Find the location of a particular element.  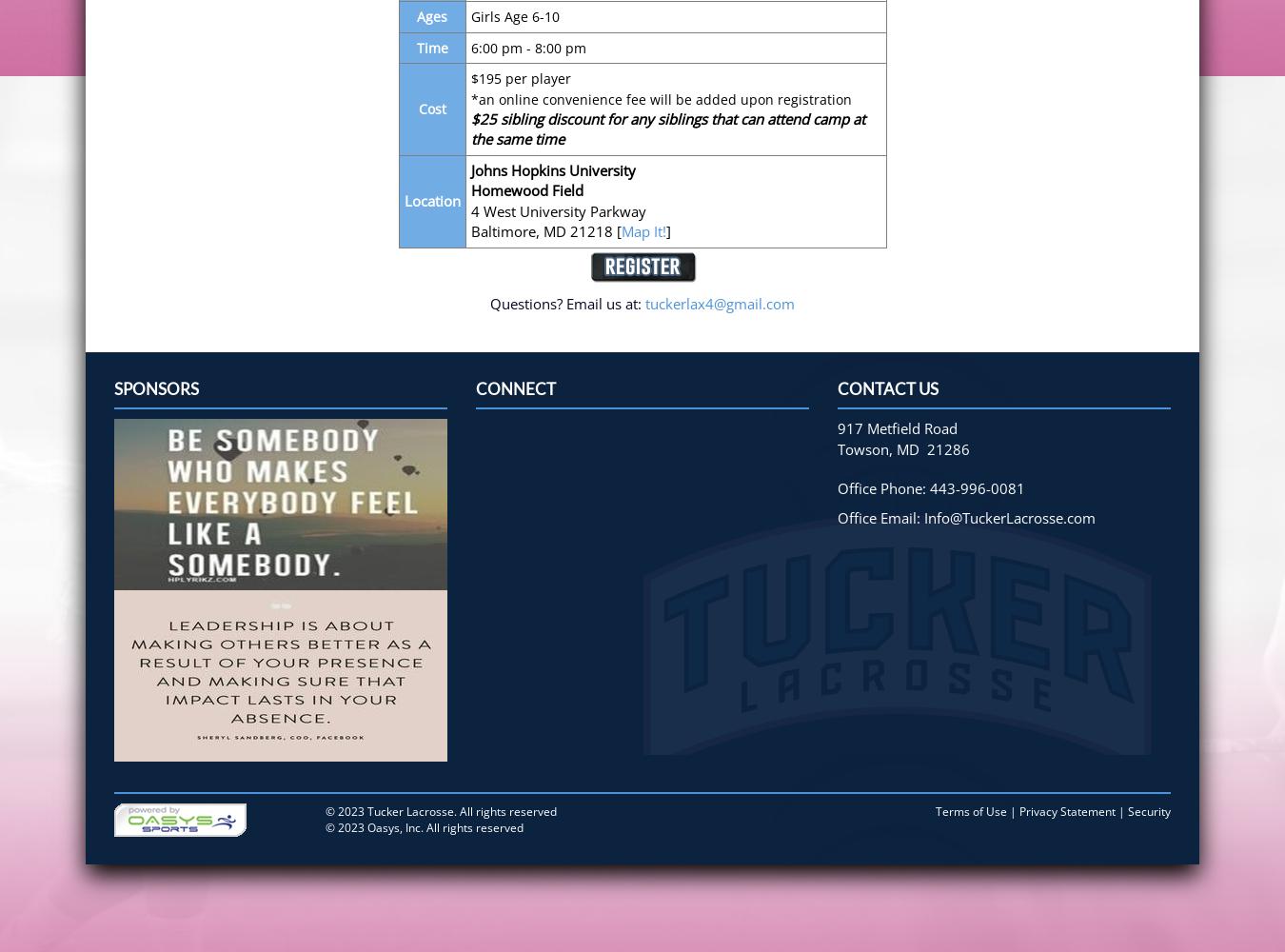

'Ages' is located at coordinates (431, 16).